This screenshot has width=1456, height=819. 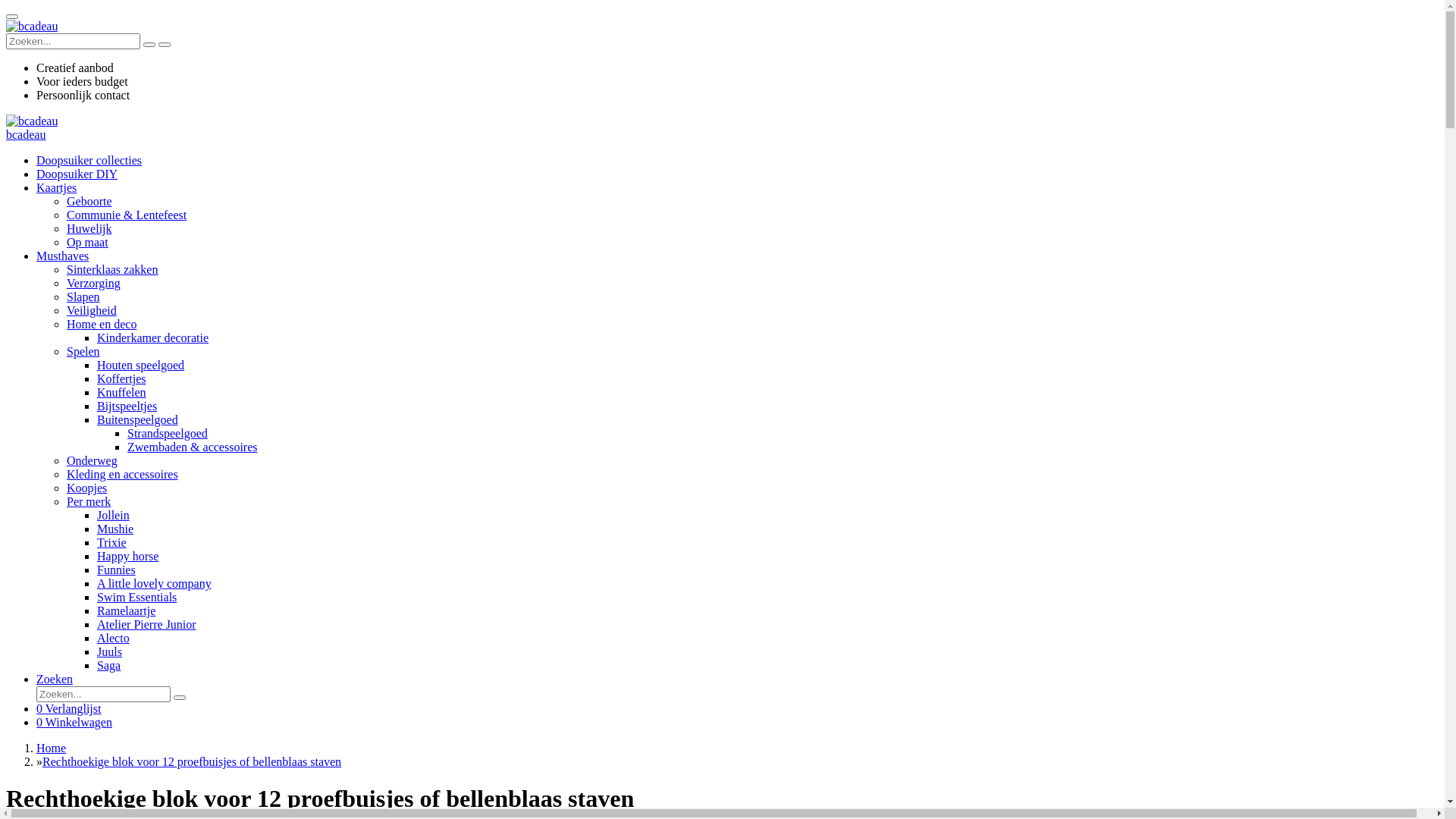 I want to click on 'Mushie', so click(x=115, y=528).